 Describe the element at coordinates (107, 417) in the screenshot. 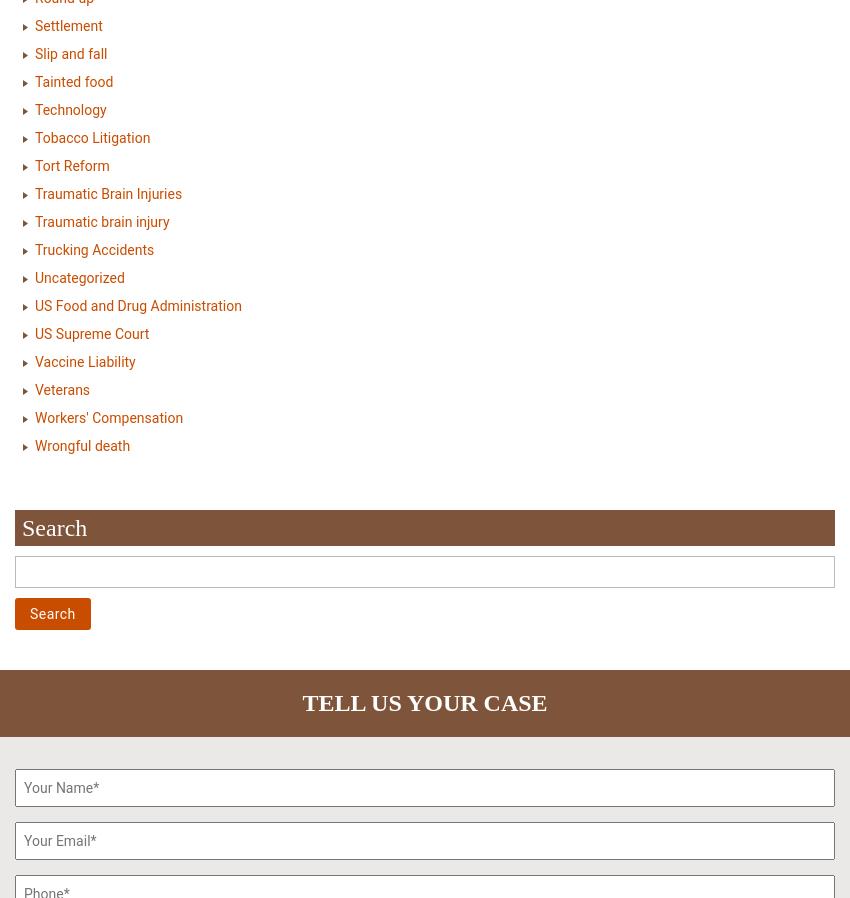

I see `'Workers' Compensation'` at that location.